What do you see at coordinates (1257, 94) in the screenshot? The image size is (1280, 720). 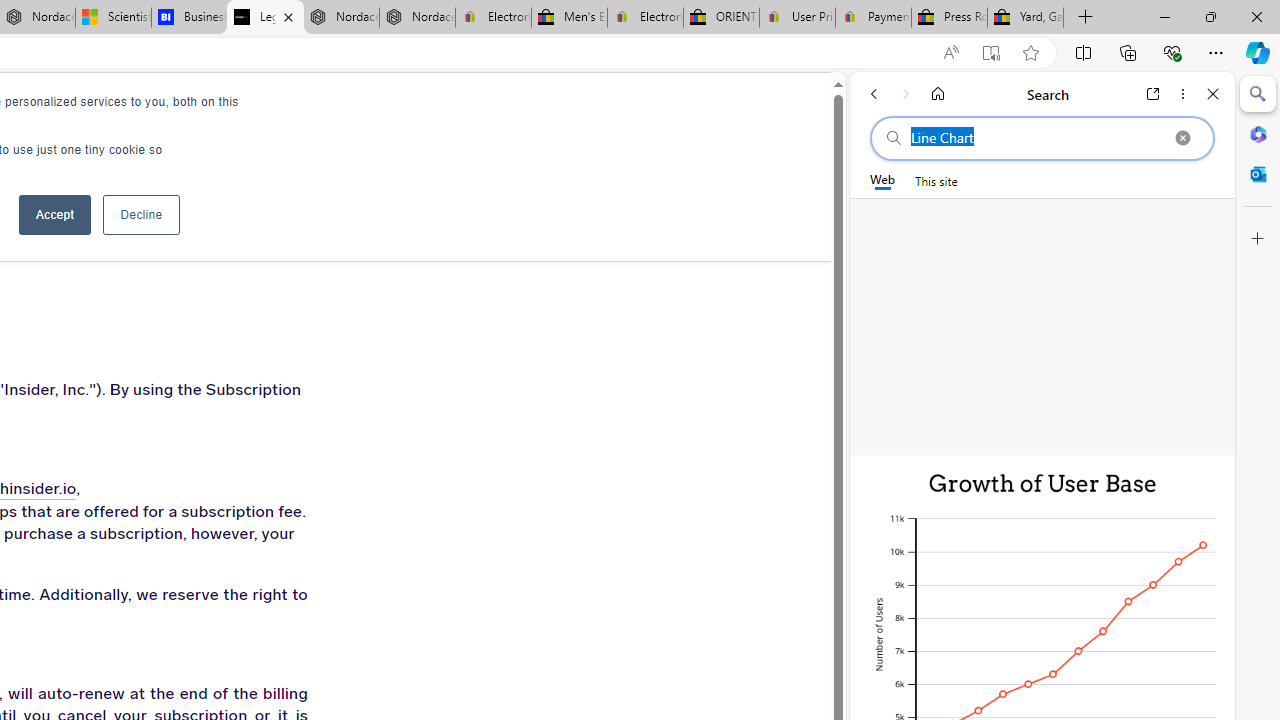 I see `'Minimize Search pane'` at bounding box center [1257, 94].